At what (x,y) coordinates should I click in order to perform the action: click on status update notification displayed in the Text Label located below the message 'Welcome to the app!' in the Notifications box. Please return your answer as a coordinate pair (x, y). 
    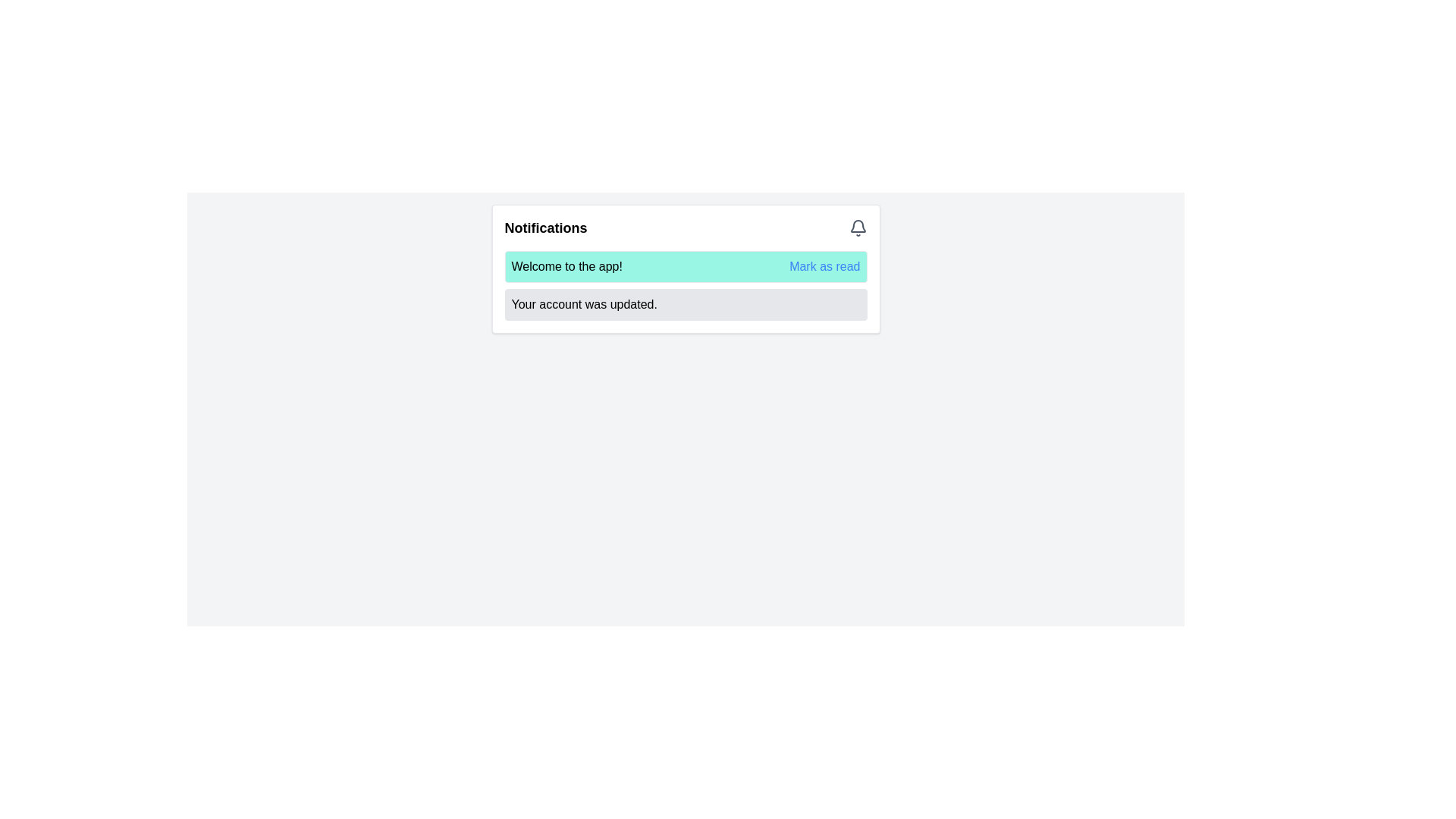
    Looking at the image, I should click on (583, 304).